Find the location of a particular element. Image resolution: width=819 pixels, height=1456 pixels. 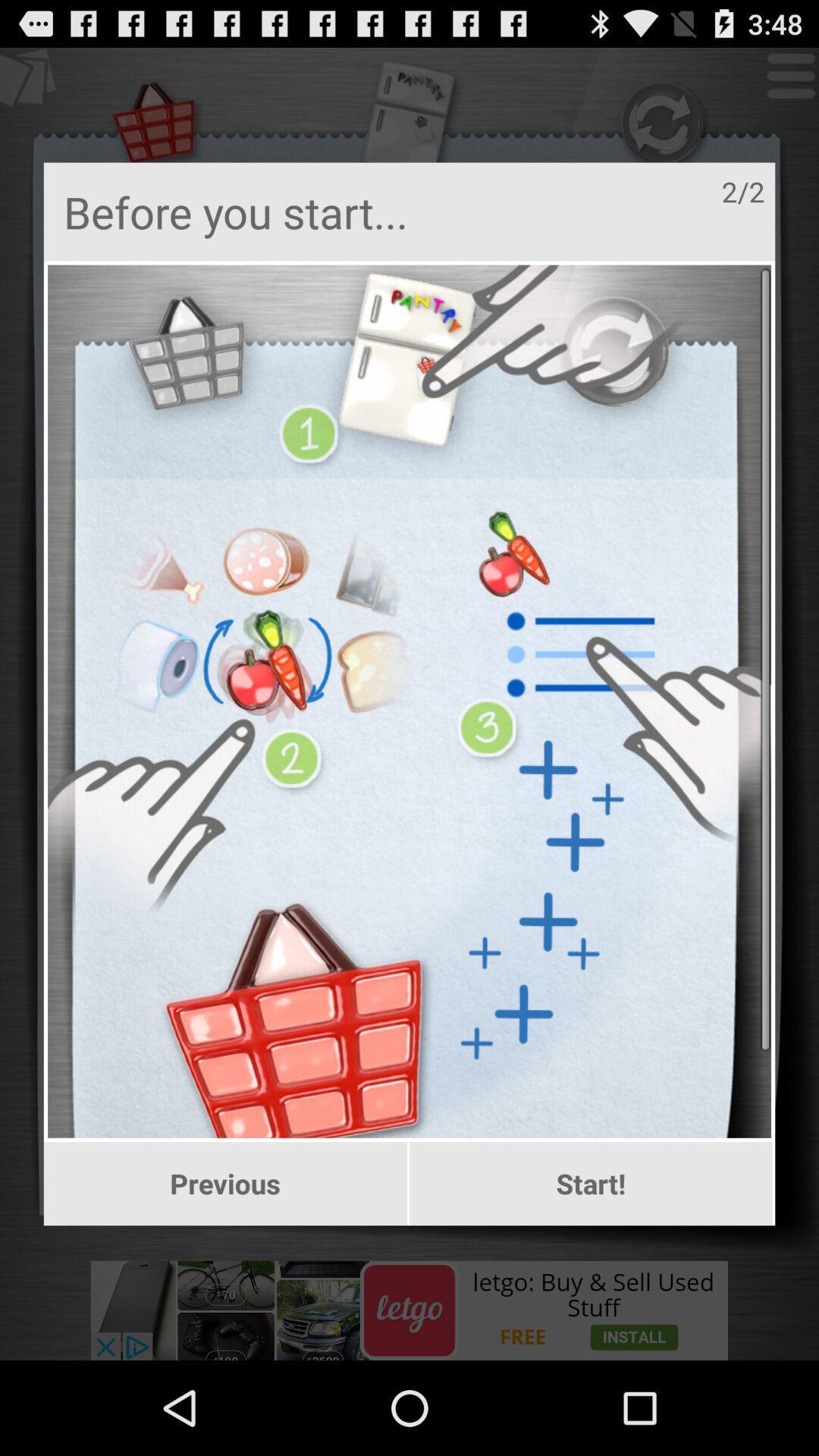

the item to the left of start! item is located at coordinates (225, 1183).